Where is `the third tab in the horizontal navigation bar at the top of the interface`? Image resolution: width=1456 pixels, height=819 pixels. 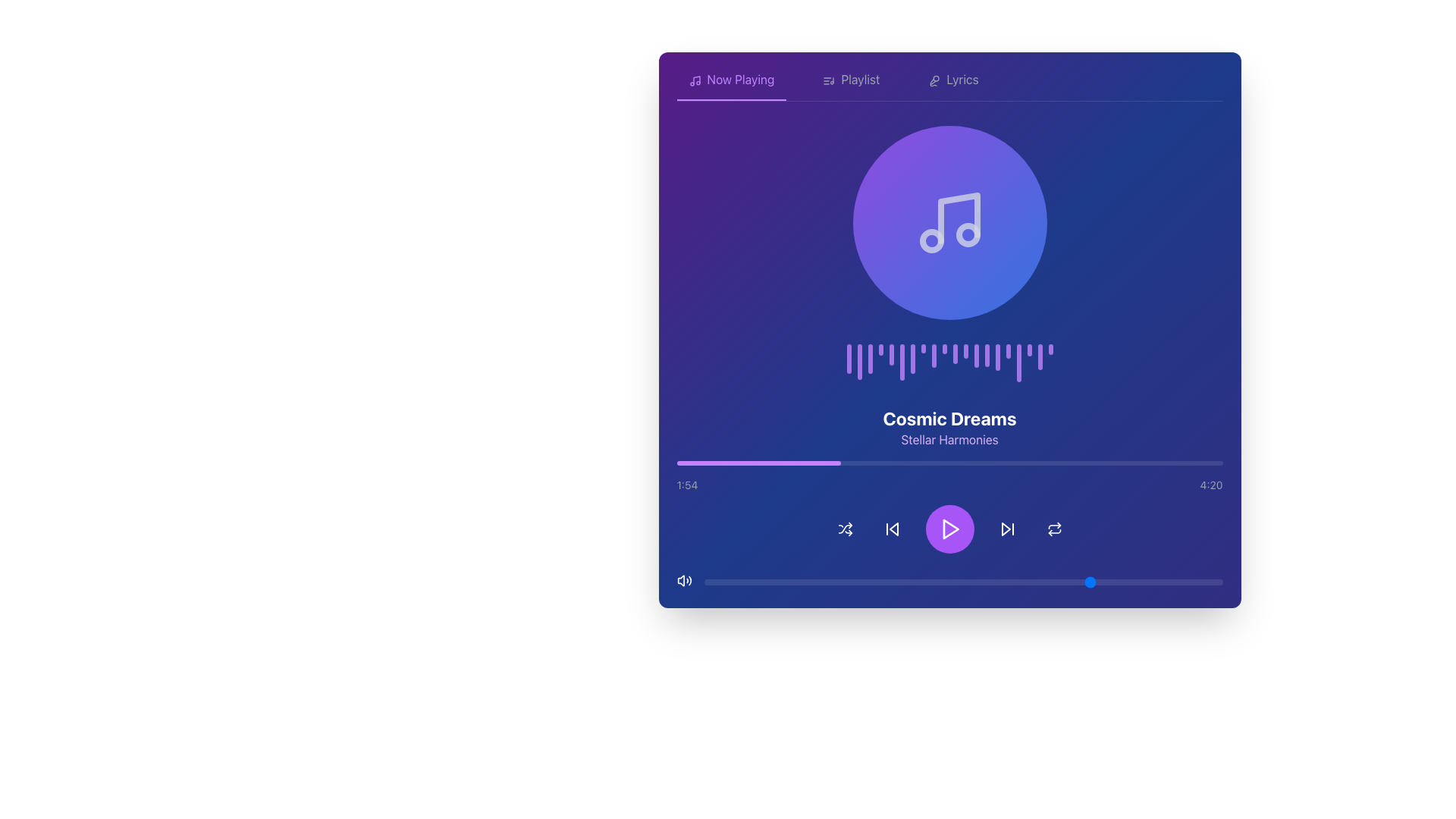
the third tab in the horizontal navigation bar at the top of the interface is located at coordinates (949, 85).